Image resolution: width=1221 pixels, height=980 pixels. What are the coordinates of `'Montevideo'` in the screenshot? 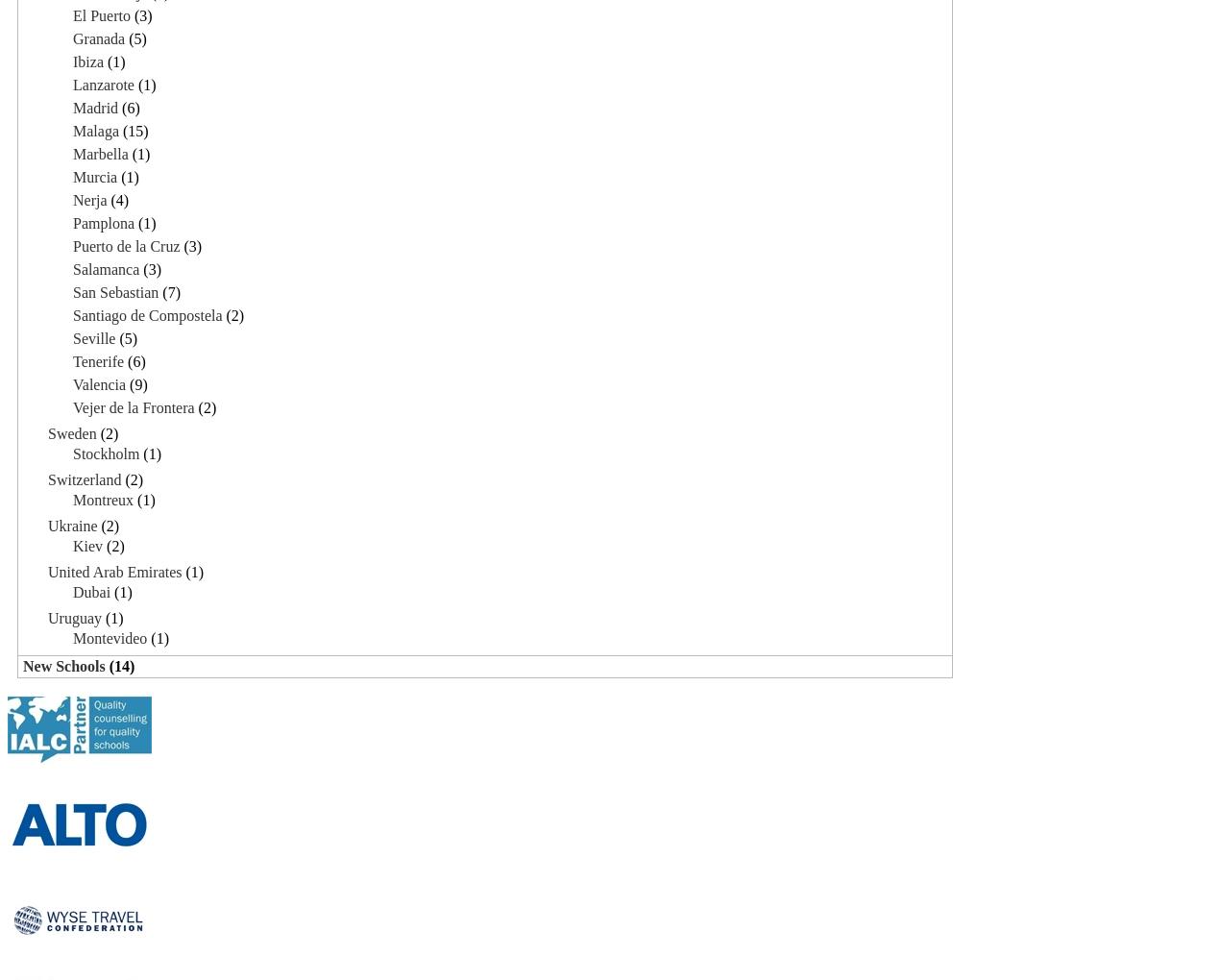 It's located at (73, 637).